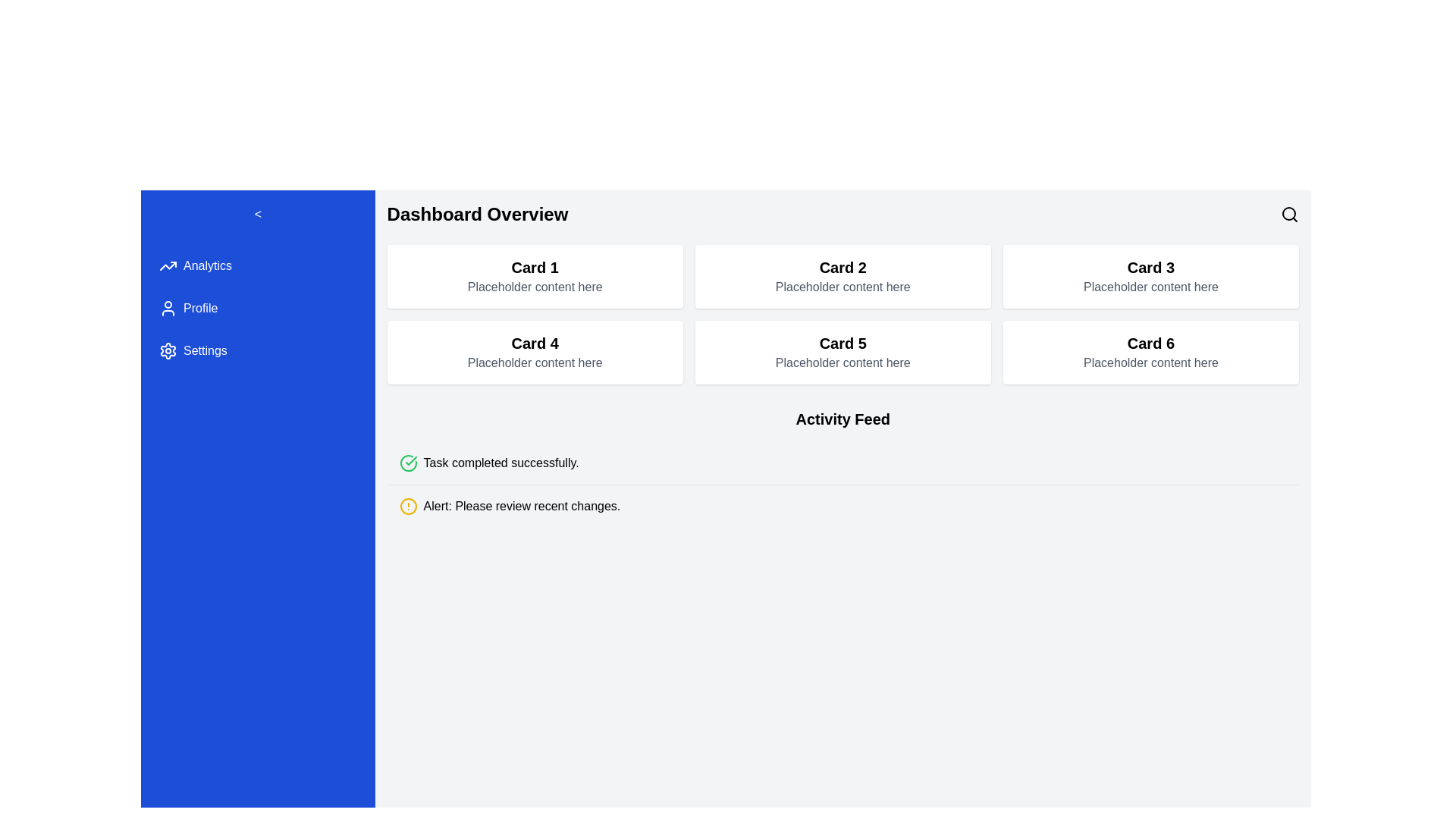 Image resolution: width=1456 pixels, height=819 pixels. Describe the element at coordinates (842, 362) in the screenshot. I see `the text label with the gray color scheme containing the text 'Placeholder content here', located below the title 'Card 5' in the center-right section of the interface` at that location.